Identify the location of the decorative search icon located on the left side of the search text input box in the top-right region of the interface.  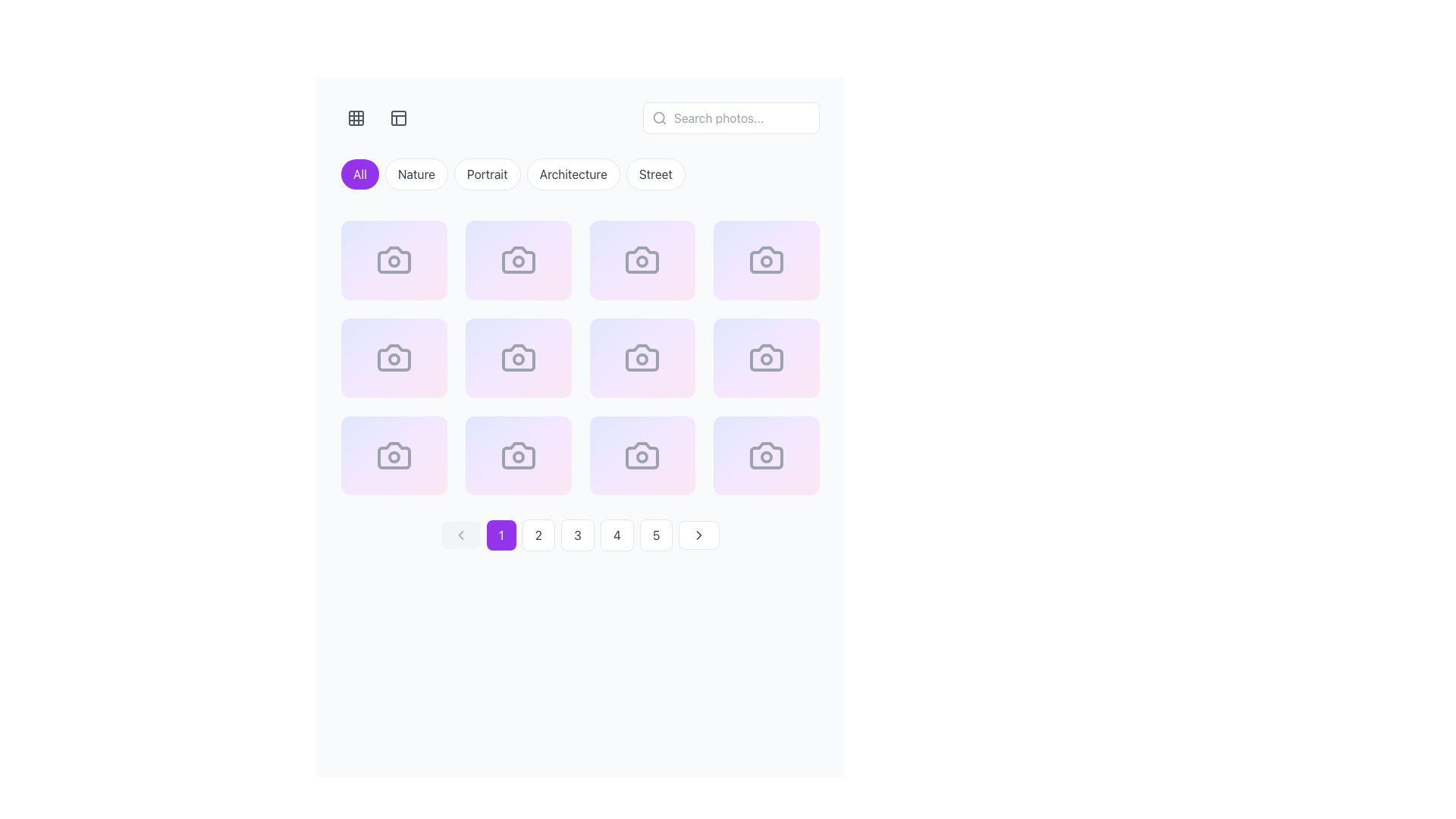
(659, 117).